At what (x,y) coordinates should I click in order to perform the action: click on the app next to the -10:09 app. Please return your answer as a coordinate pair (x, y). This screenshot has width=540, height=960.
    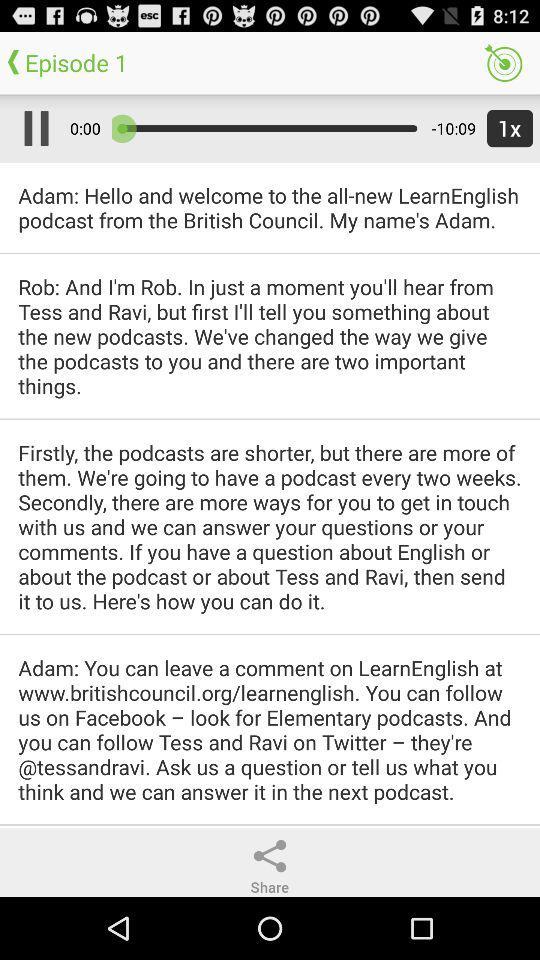
    Looking at the image, I should click on (505, 127).